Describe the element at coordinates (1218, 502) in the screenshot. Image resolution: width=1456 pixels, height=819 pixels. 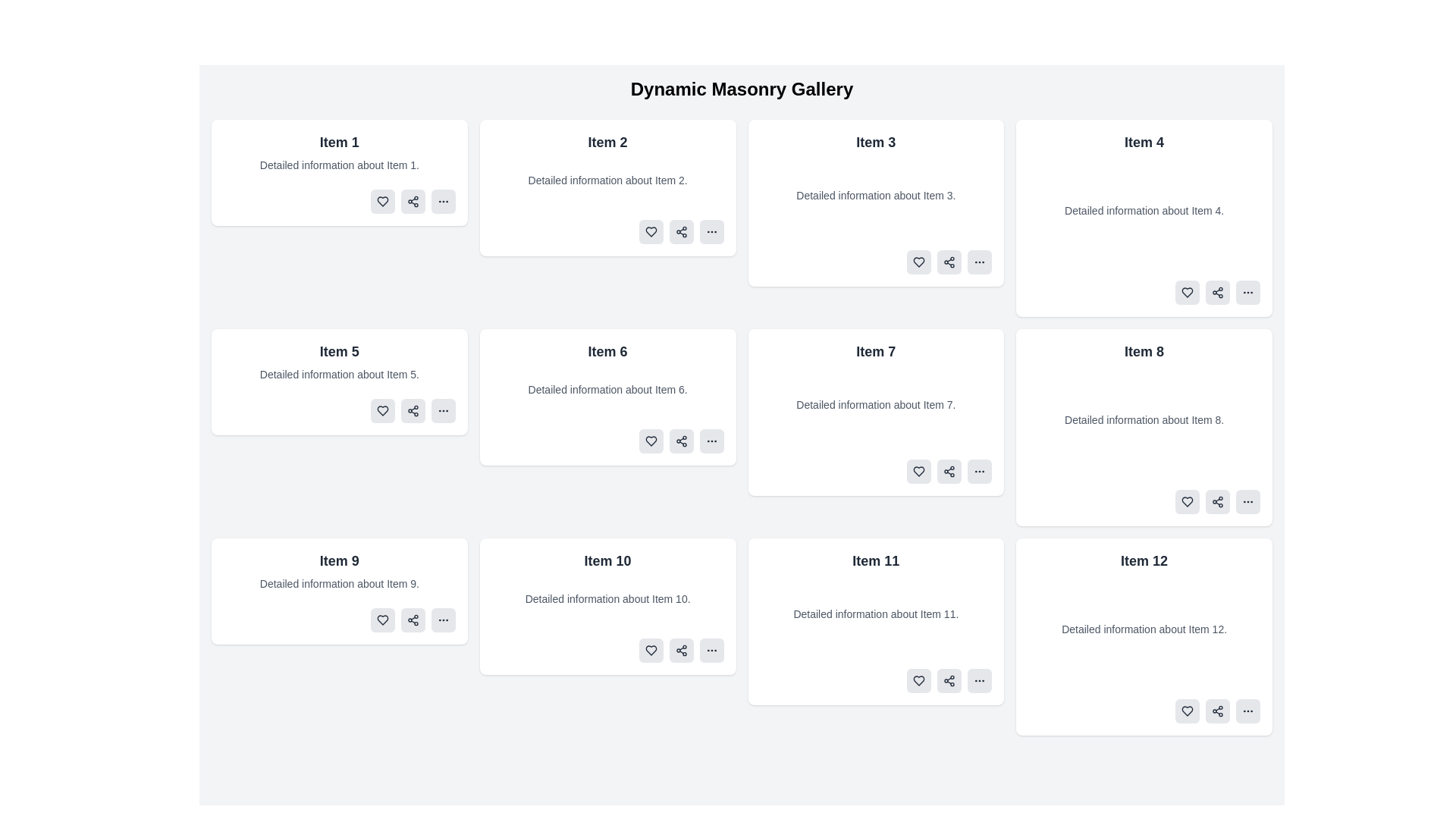
I see `the 'share' button located at the bottom-right corner of the card for 'Item 8', positioned between the heart-shaped button and the three-dot button` at that location.